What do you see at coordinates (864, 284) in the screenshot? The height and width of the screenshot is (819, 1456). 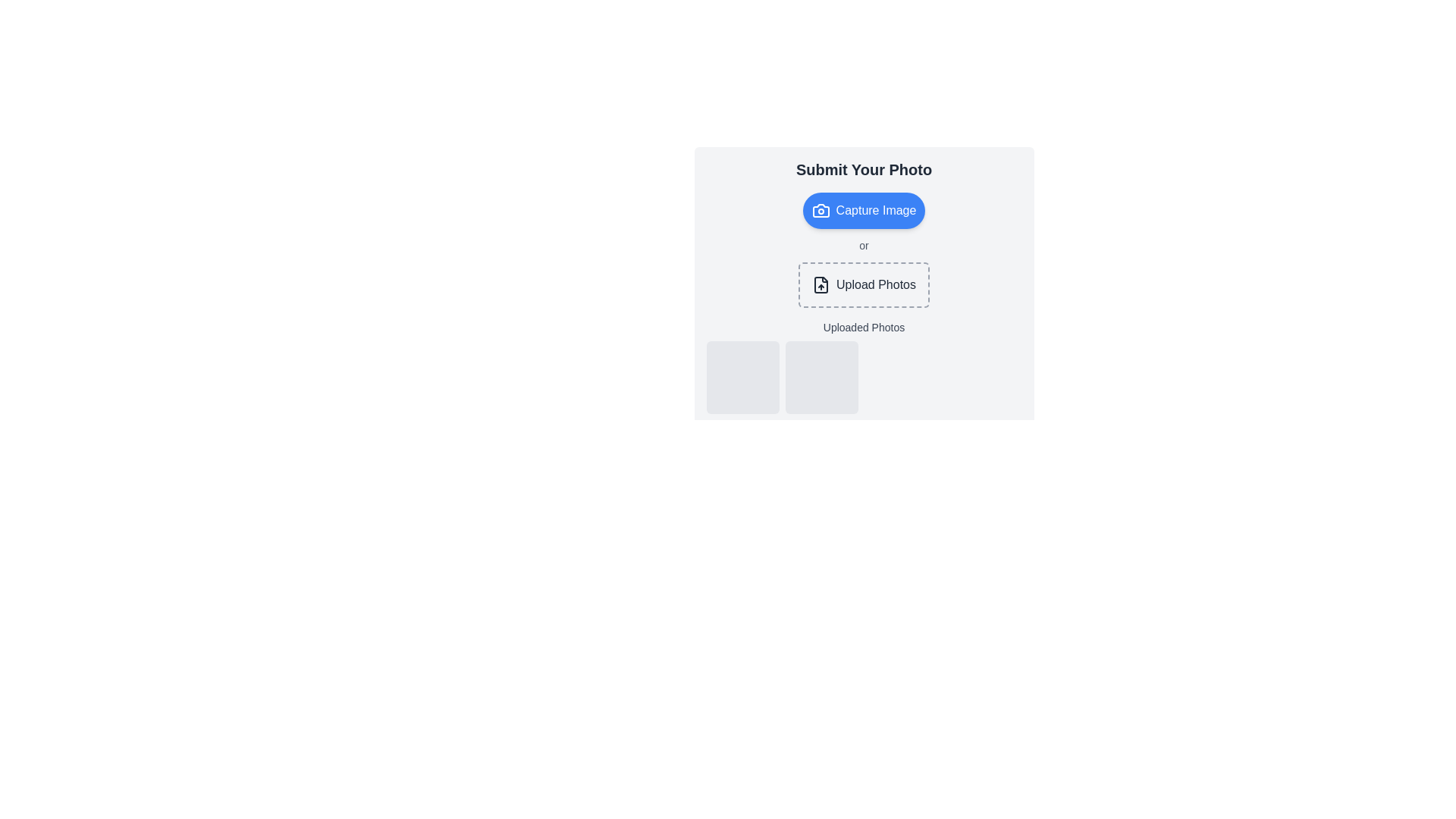 I see `the 'Upload Photos' button, which is a rectangular clickable area with dashed borders and rounded corners, located below the 'Capture Image' button` at bounding box center [864, 284].